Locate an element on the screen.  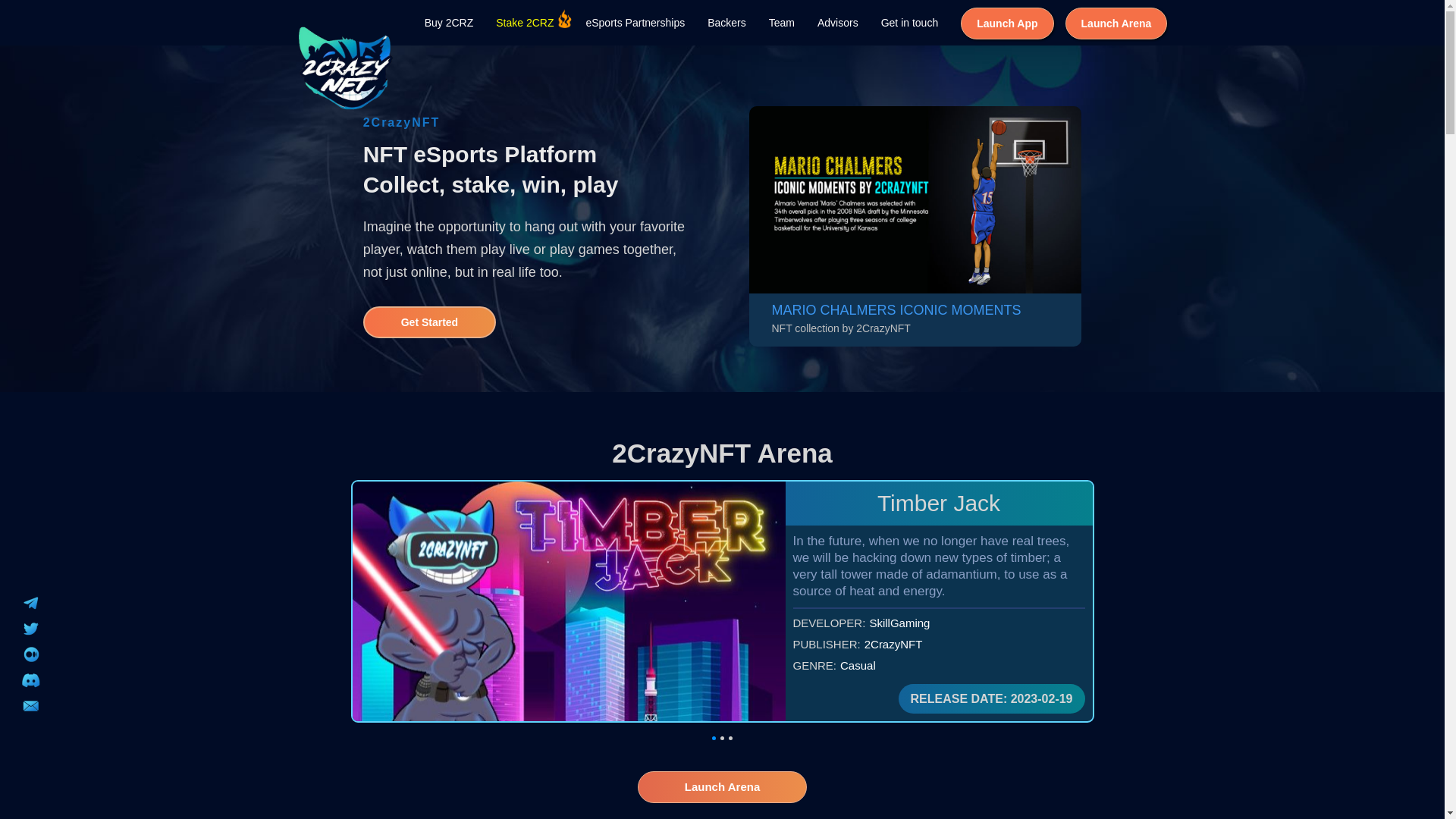
'Buy 2CRZ' is located at coordinates (413, 23).